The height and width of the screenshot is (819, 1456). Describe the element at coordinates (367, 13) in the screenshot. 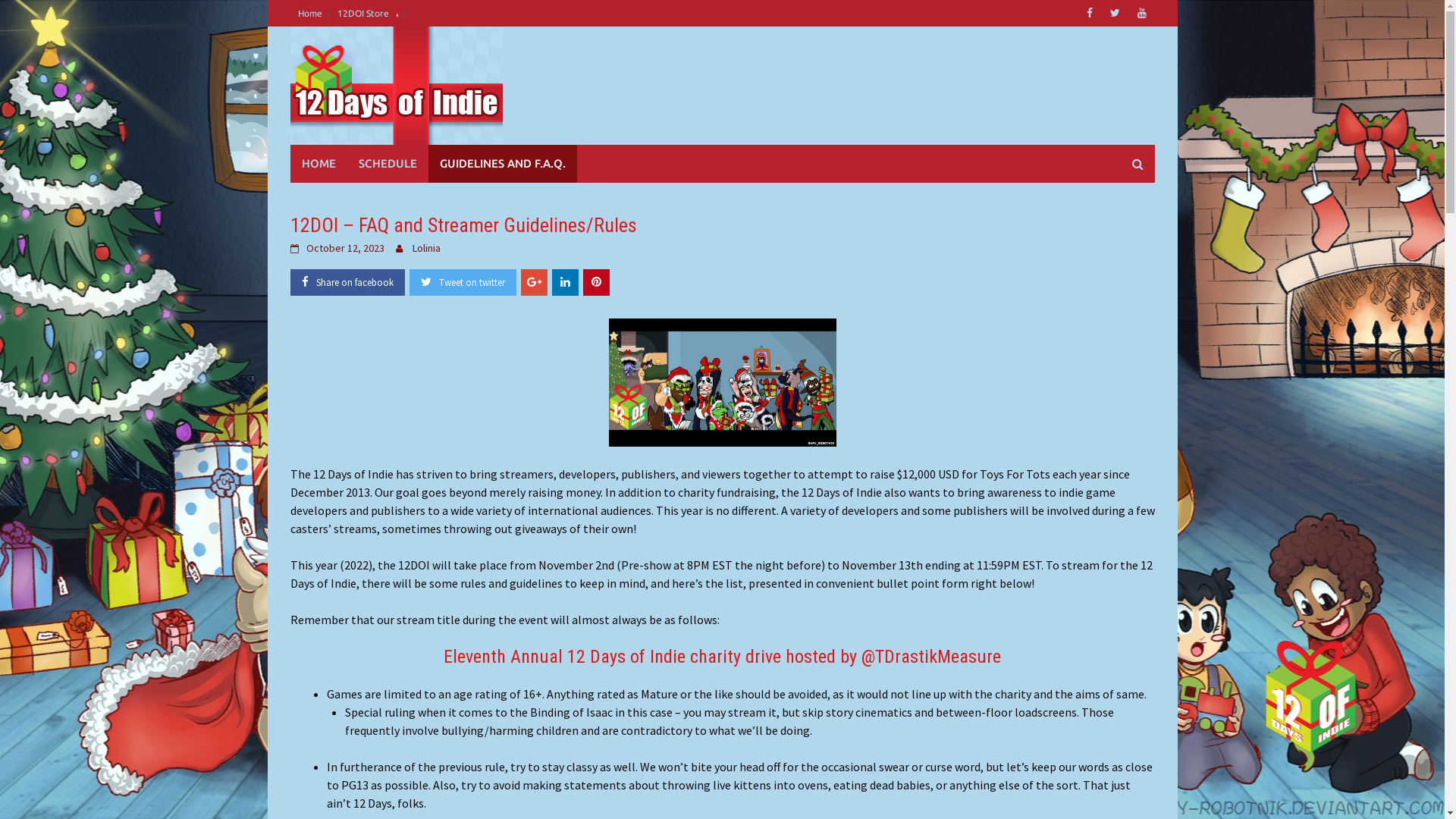

I see `'12DOI Store'` at that location.